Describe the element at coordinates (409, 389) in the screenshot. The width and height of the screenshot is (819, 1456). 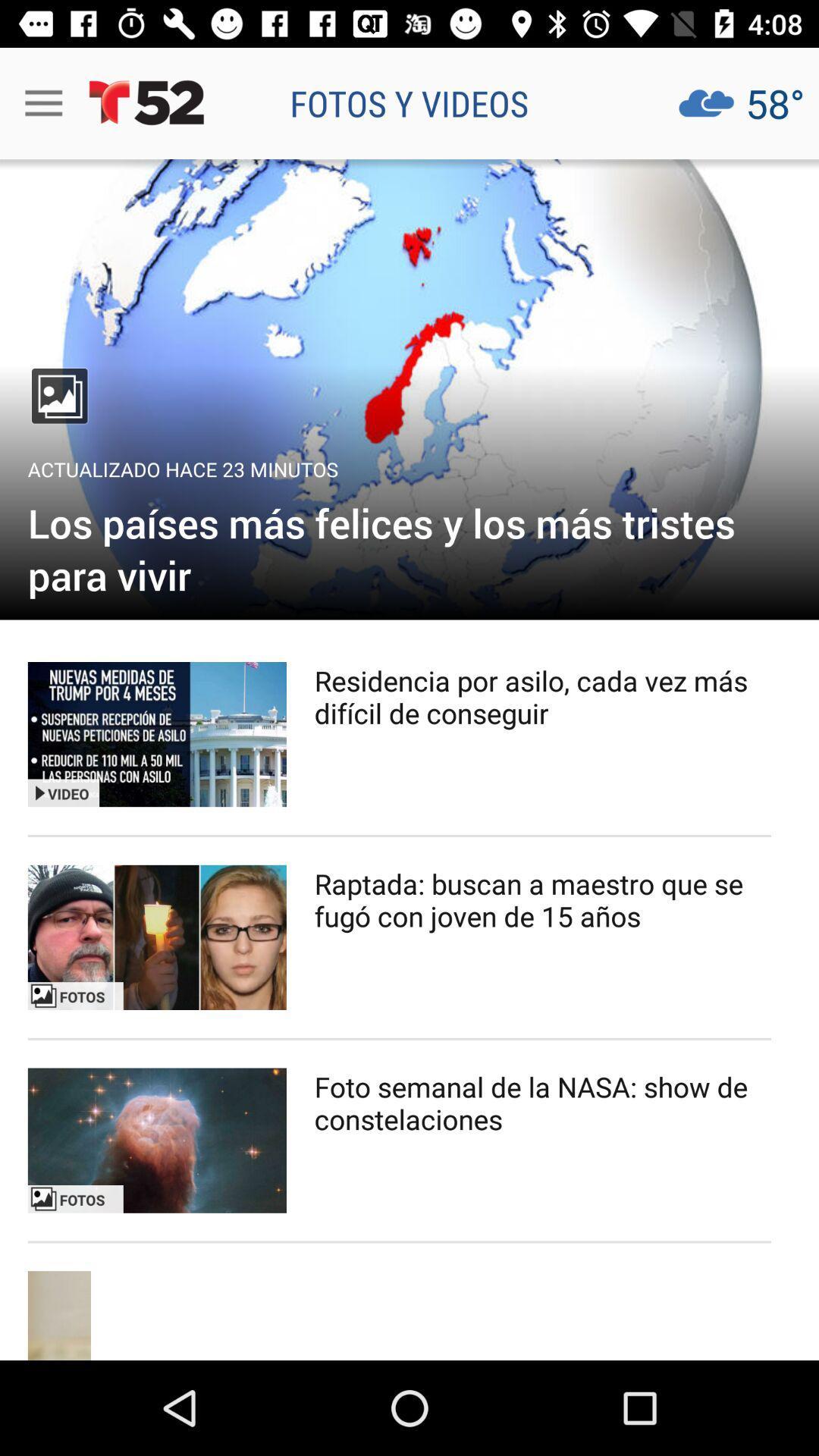
I see `news article` at that location.